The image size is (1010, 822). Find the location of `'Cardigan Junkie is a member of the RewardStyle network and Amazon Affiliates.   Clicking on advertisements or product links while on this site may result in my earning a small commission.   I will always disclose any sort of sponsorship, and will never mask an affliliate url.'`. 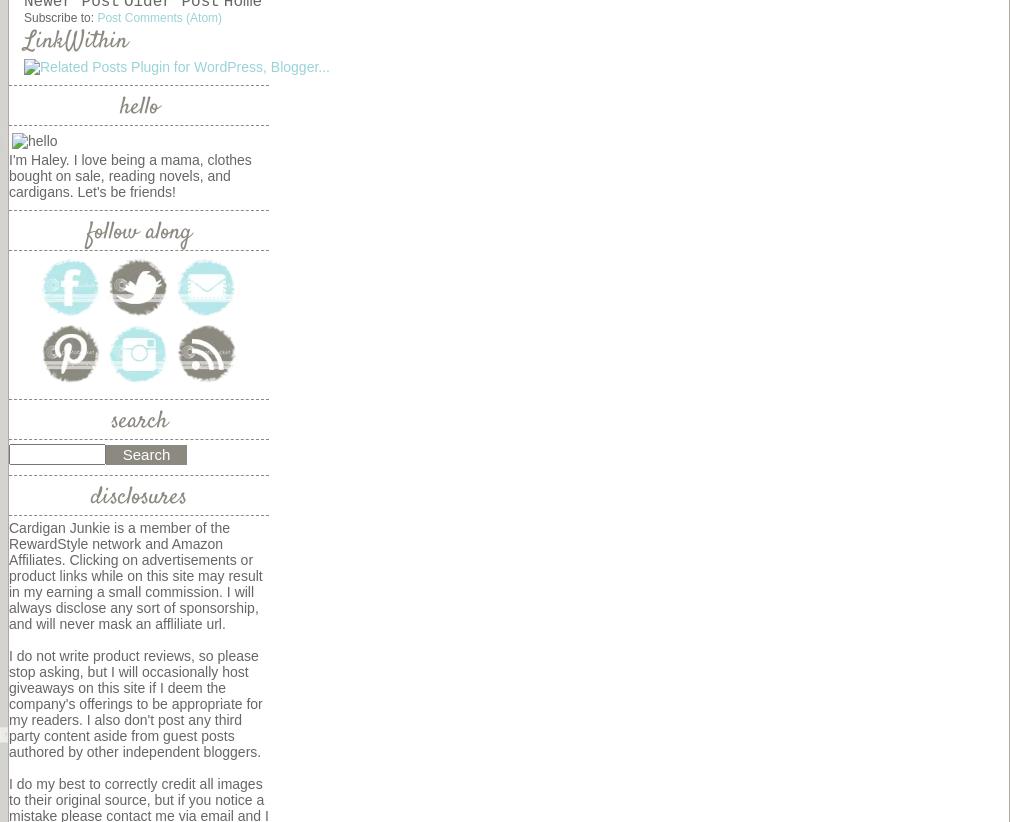

'Cardigan Junkie is a member of the RewardStyle network and Amazon Affiliates.   Clicking on advertisements or product links while on this site may result in my earning a small commission.   I will always disclose any sort of sponsorship, and will never mask an affliliate url.' is located at coordinates (134, 575).